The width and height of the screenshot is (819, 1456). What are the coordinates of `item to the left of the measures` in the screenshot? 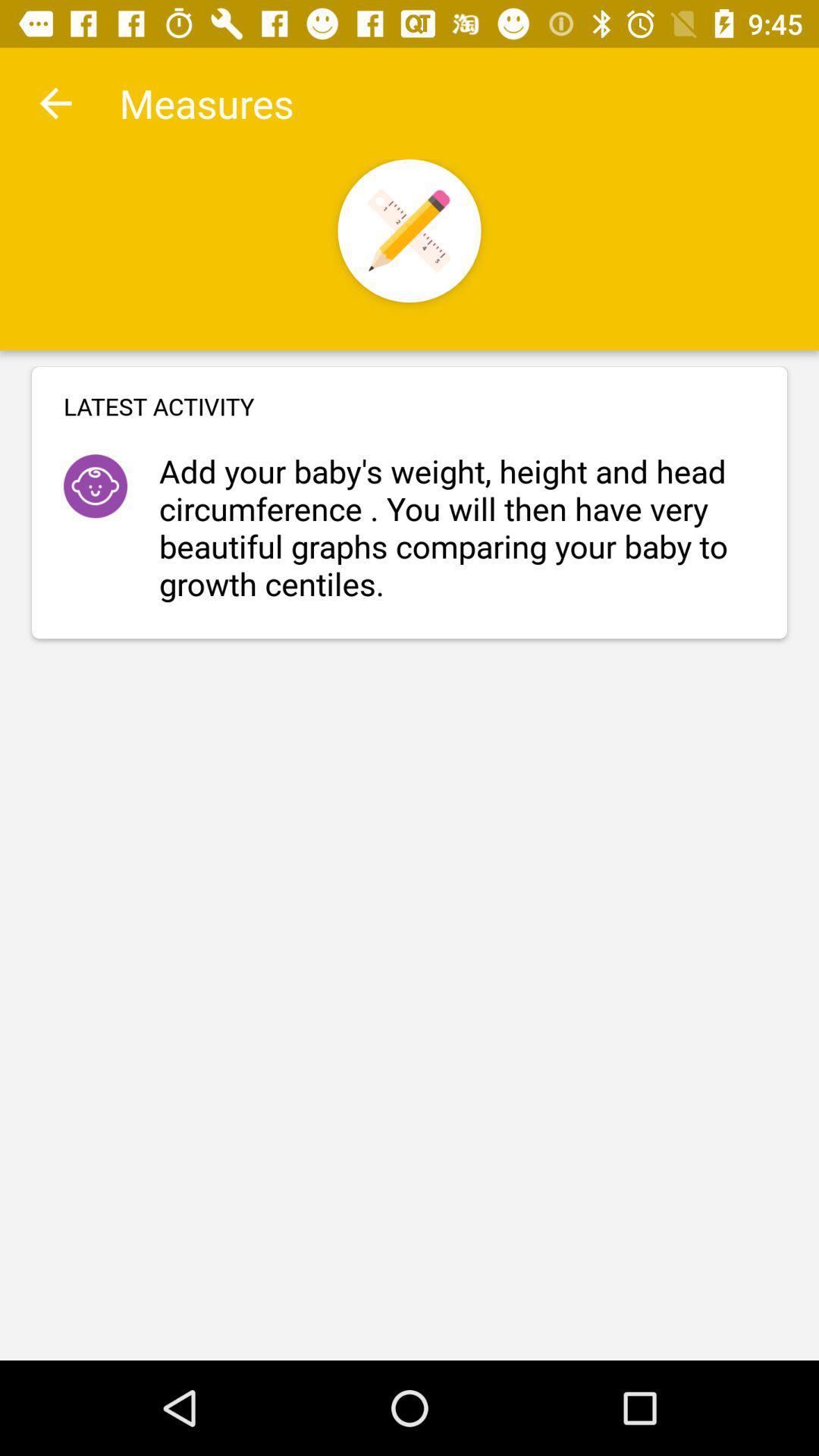 It's located at (55, 102).